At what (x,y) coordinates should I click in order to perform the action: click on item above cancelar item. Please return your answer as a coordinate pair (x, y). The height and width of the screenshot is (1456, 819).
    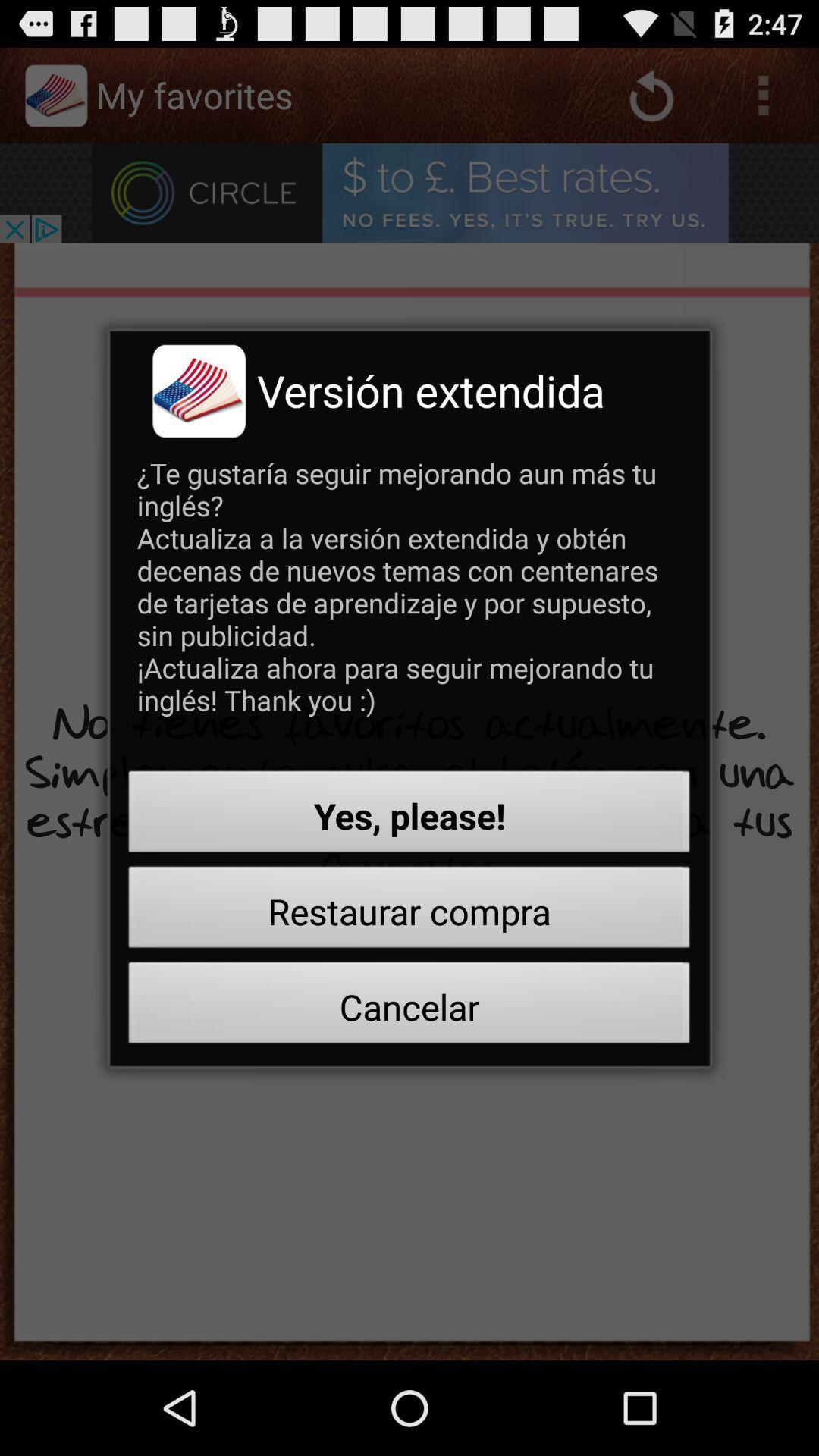
    Looking at the image, I should click on (409, 911).